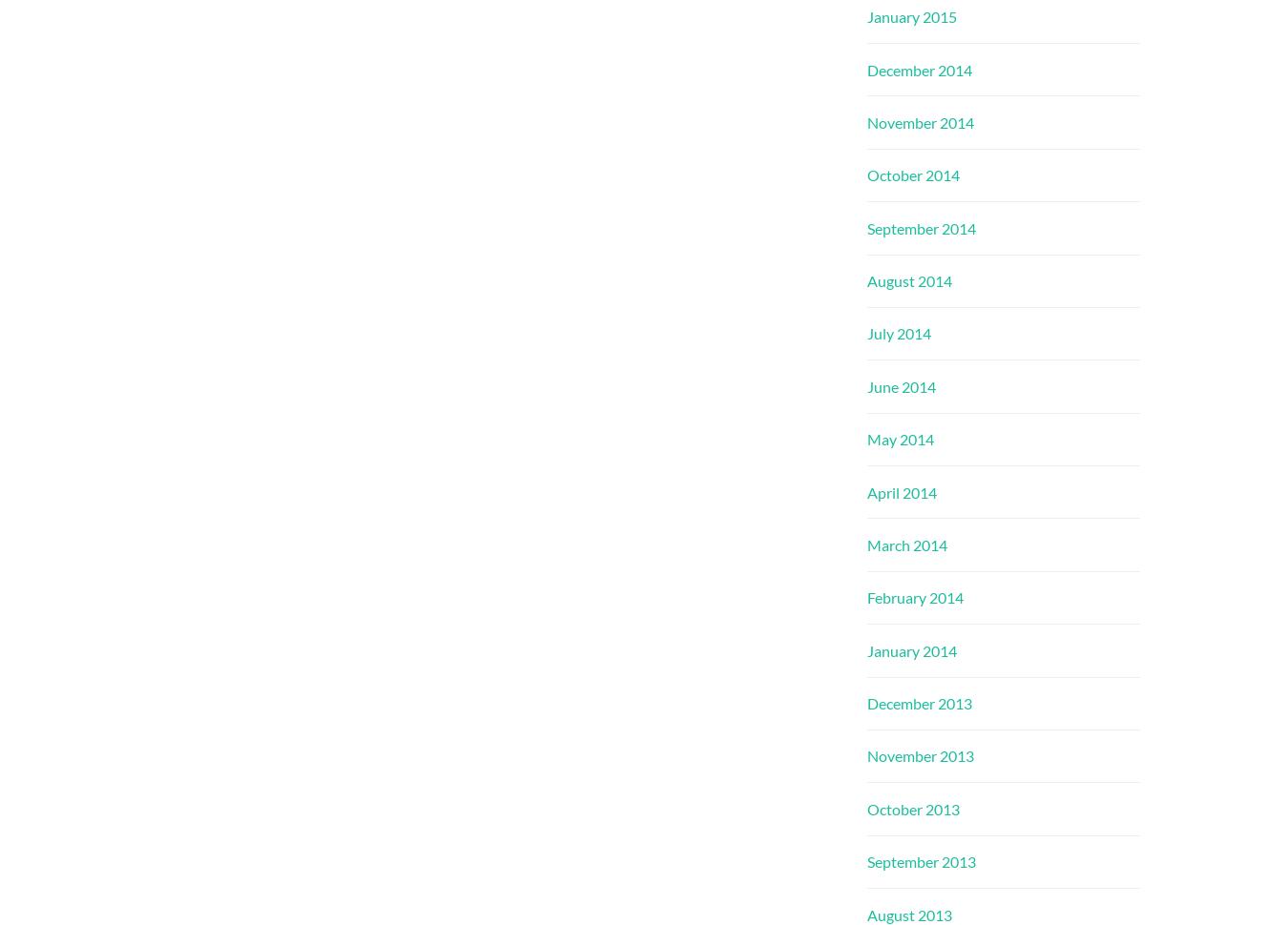  Describe the element at coordinates (919, 755) in the screenshot. I see `'November 2013'` at that location.